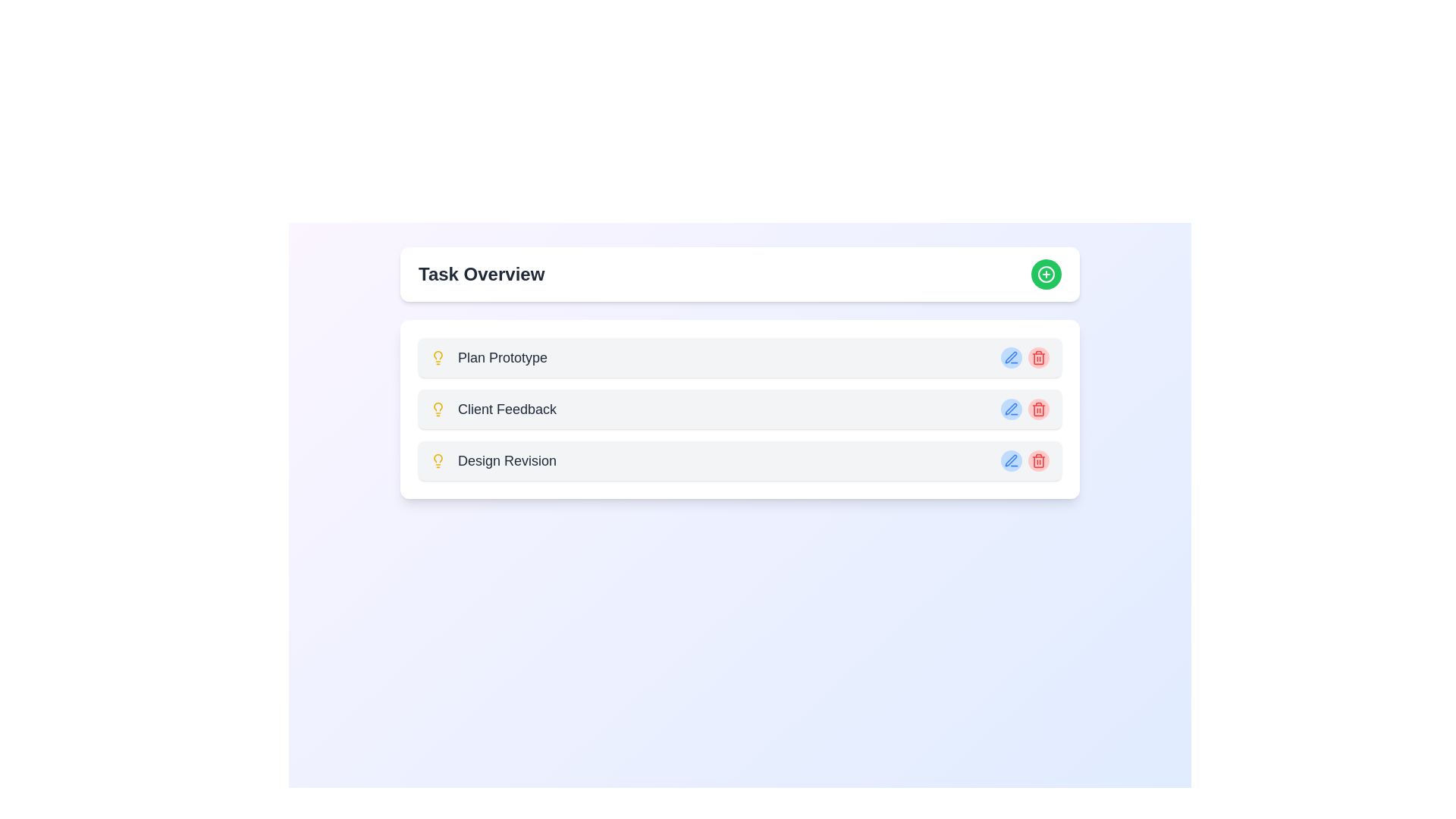 This screenshot has height=819, width=1456. What do you see at coordinates (494, 409) in the screenshot?
I see `to select or open the 'Client Feedback' task represented by the second item in the vertical list under 'Task Overview'` at bounding box center [494, 409].